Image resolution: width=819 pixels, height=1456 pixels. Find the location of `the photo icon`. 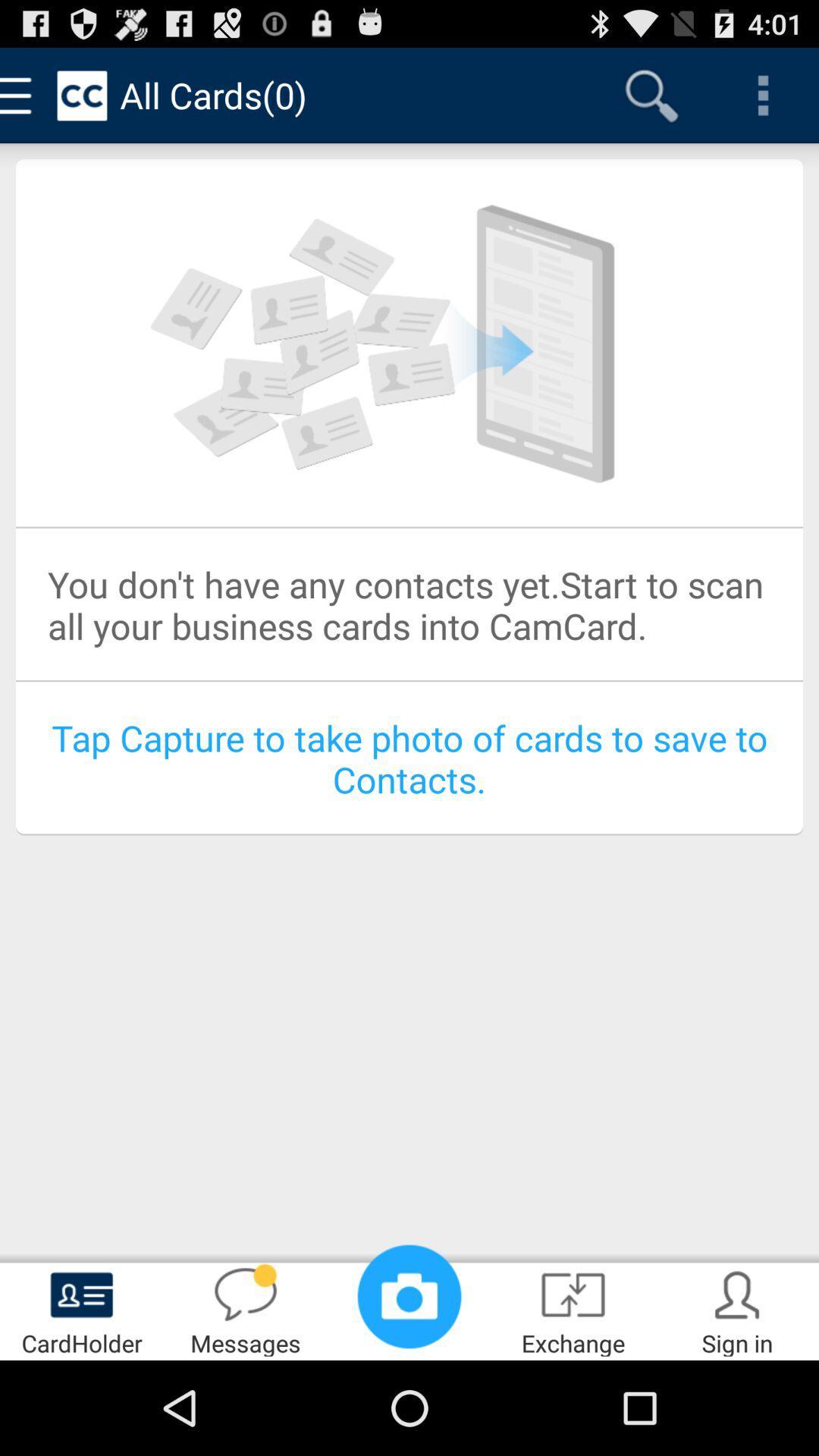

the photo icon is located at coordinates (409, 1388).